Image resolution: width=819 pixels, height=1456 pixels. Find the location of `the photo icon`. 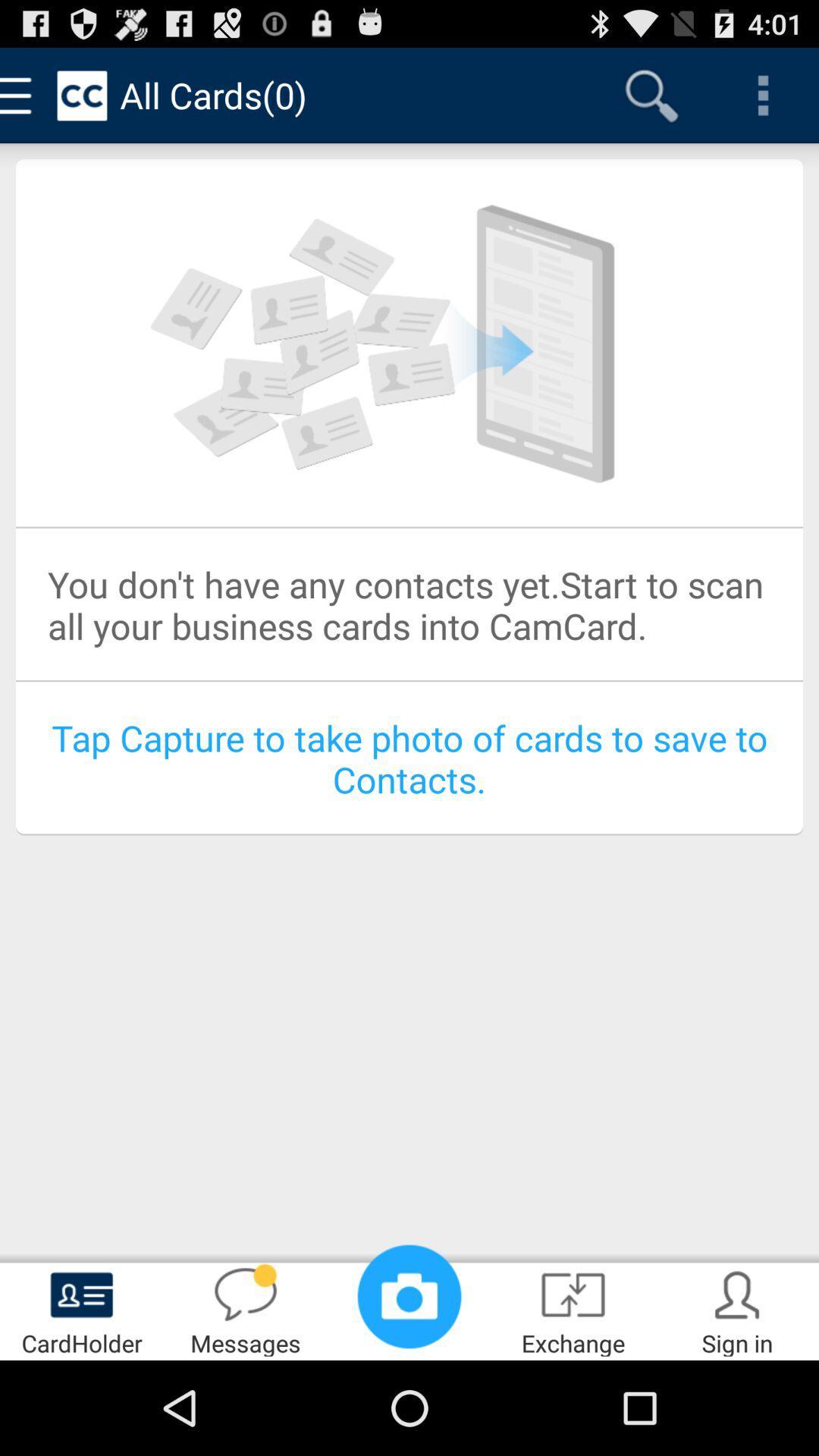

the photo icon is located at coordinates (409, 1388).